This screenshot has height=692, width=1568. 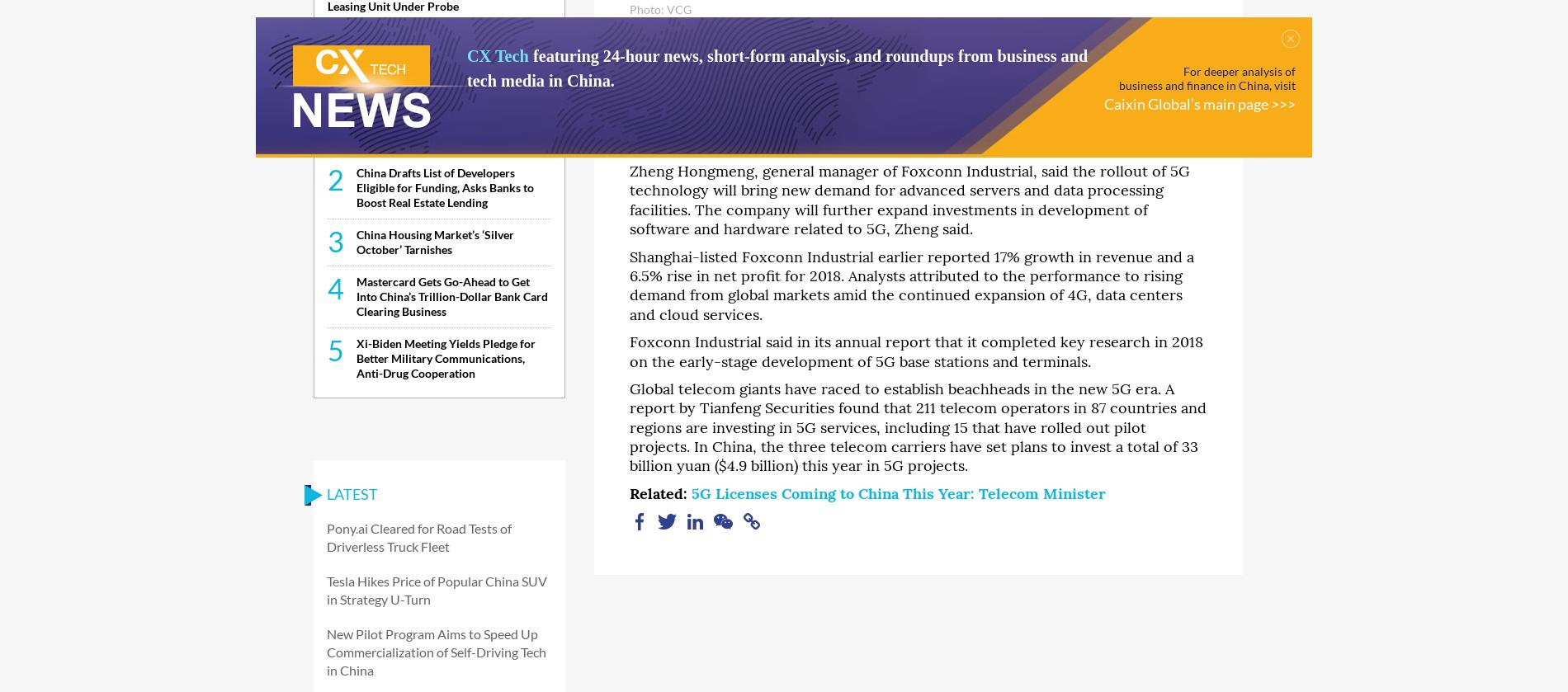 What do you see at coordinates (1239, 71) in the screenshot?
I see `'For deeper analysis of'` at bounding box center [1239, 71].